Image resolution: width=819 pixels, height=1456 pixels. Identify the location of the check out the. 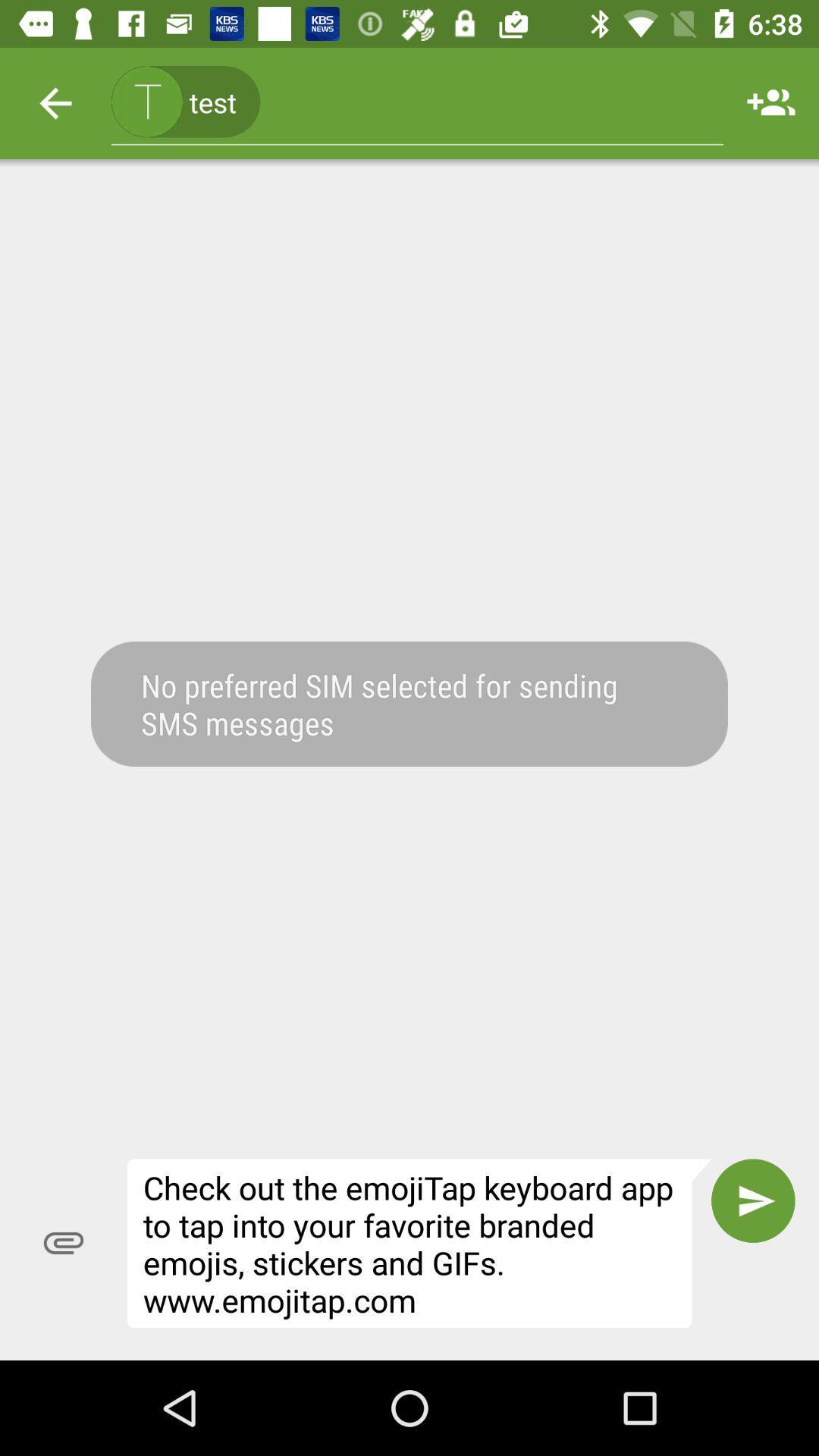
(419, 1243).